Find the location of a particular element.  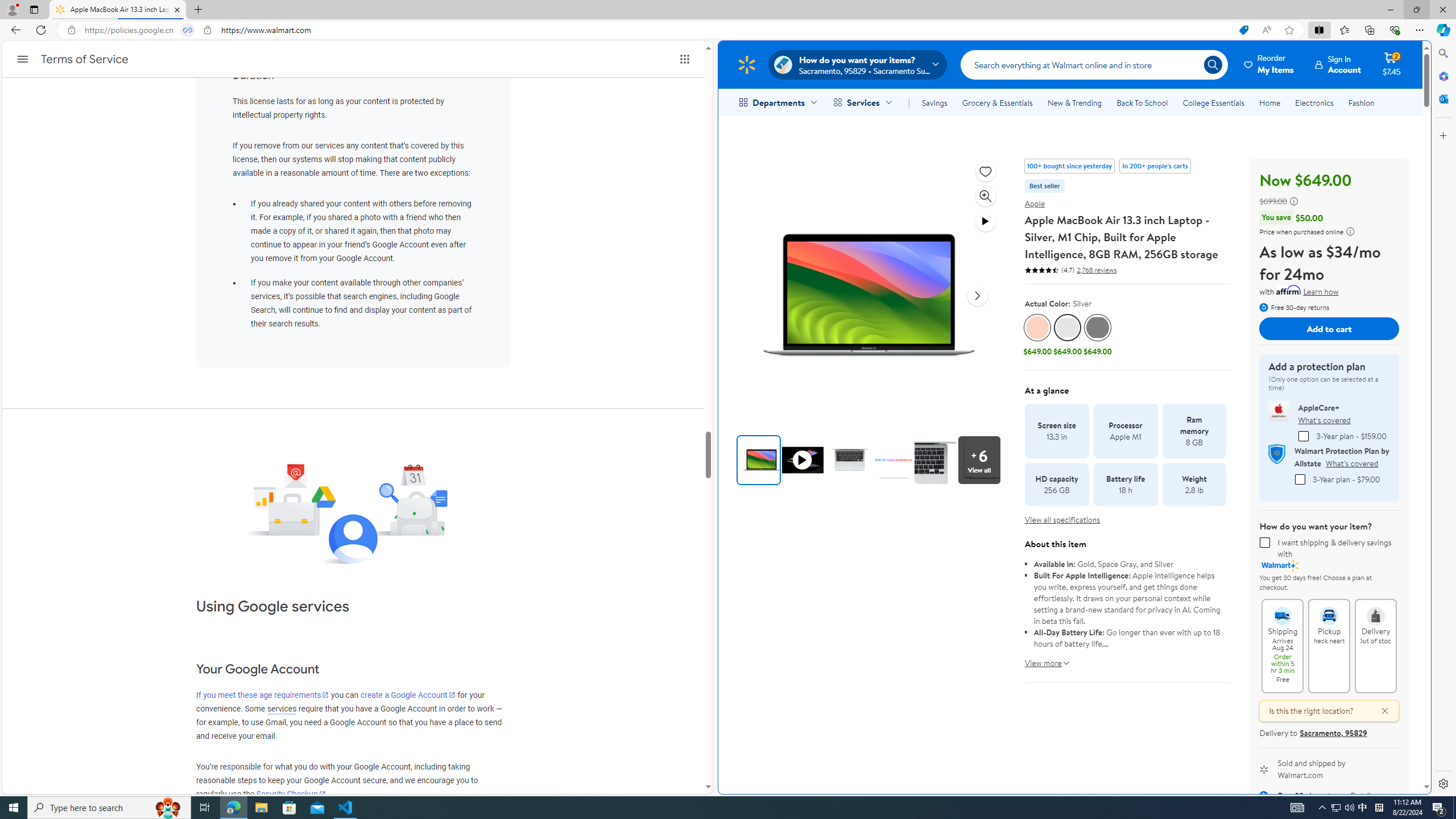

'Walmart Homepage' is located at coordinates (746, 64).